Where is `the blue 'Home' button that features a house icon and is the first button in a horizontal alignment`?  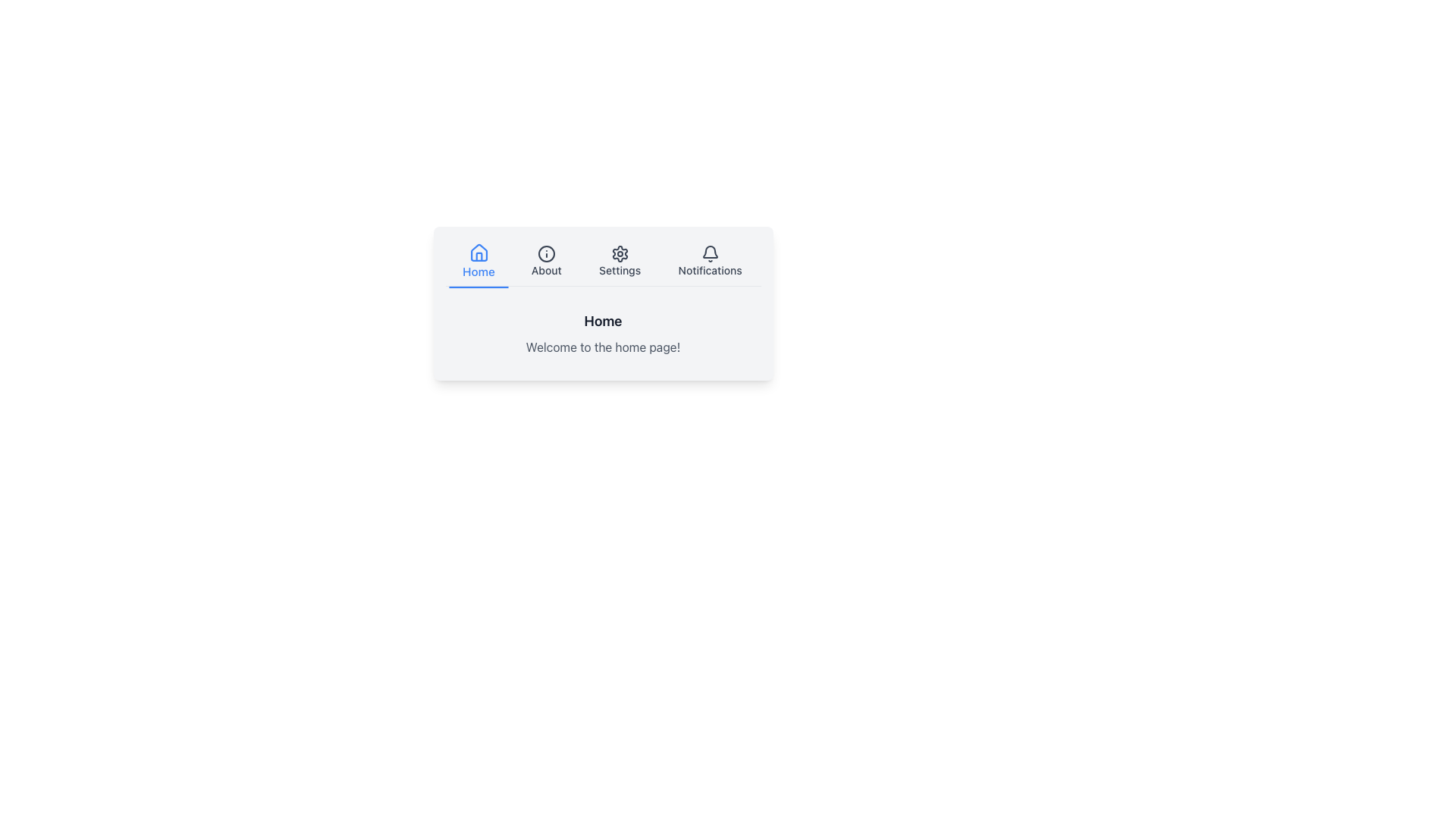
the blue 'Home' button that features a house icon and is the first button in a horizontal alignment is located at coordinates (478, 262).